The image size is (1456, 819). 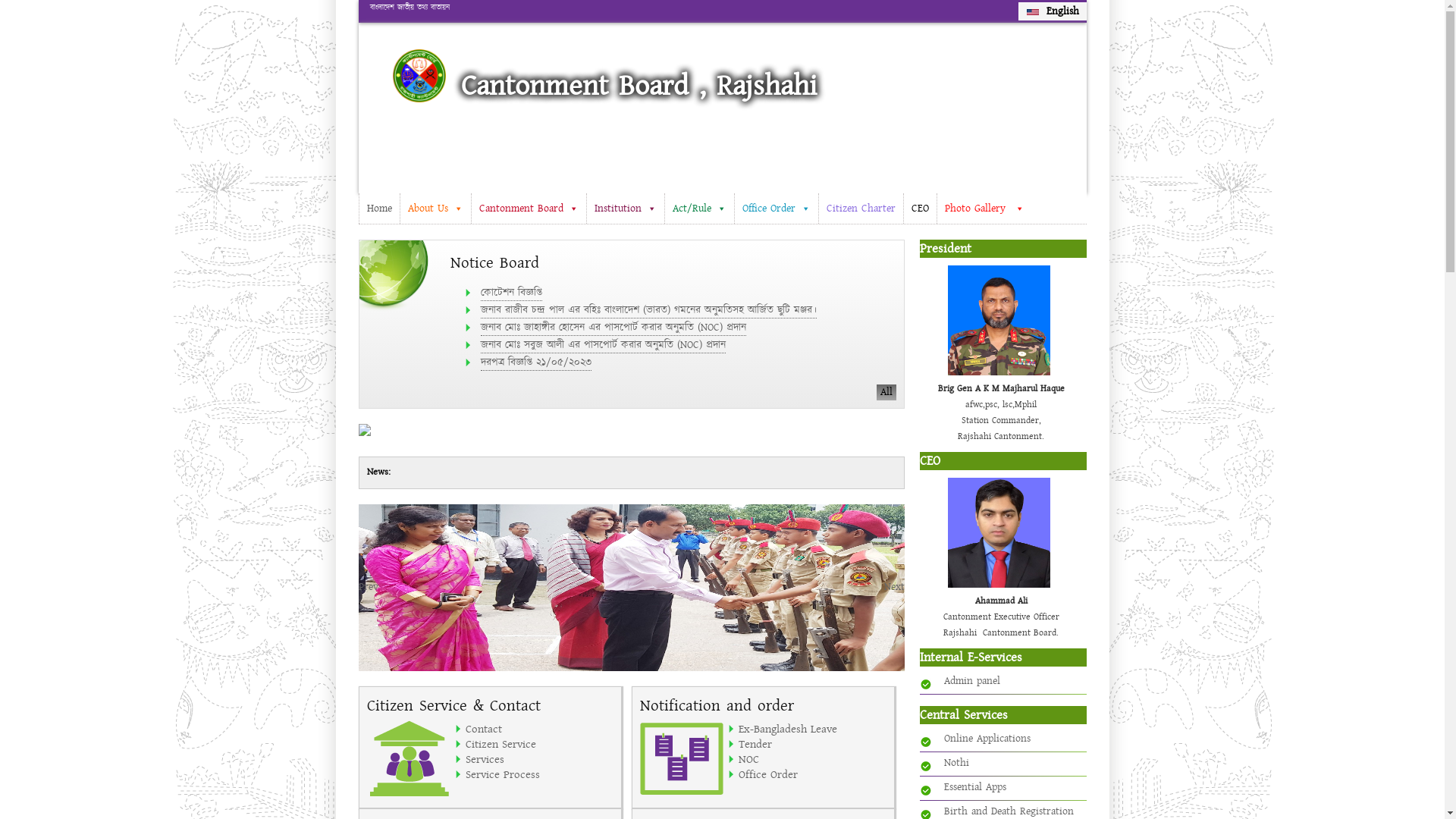 I want to click on 'Essential Apps', so click(x=974, y=786).